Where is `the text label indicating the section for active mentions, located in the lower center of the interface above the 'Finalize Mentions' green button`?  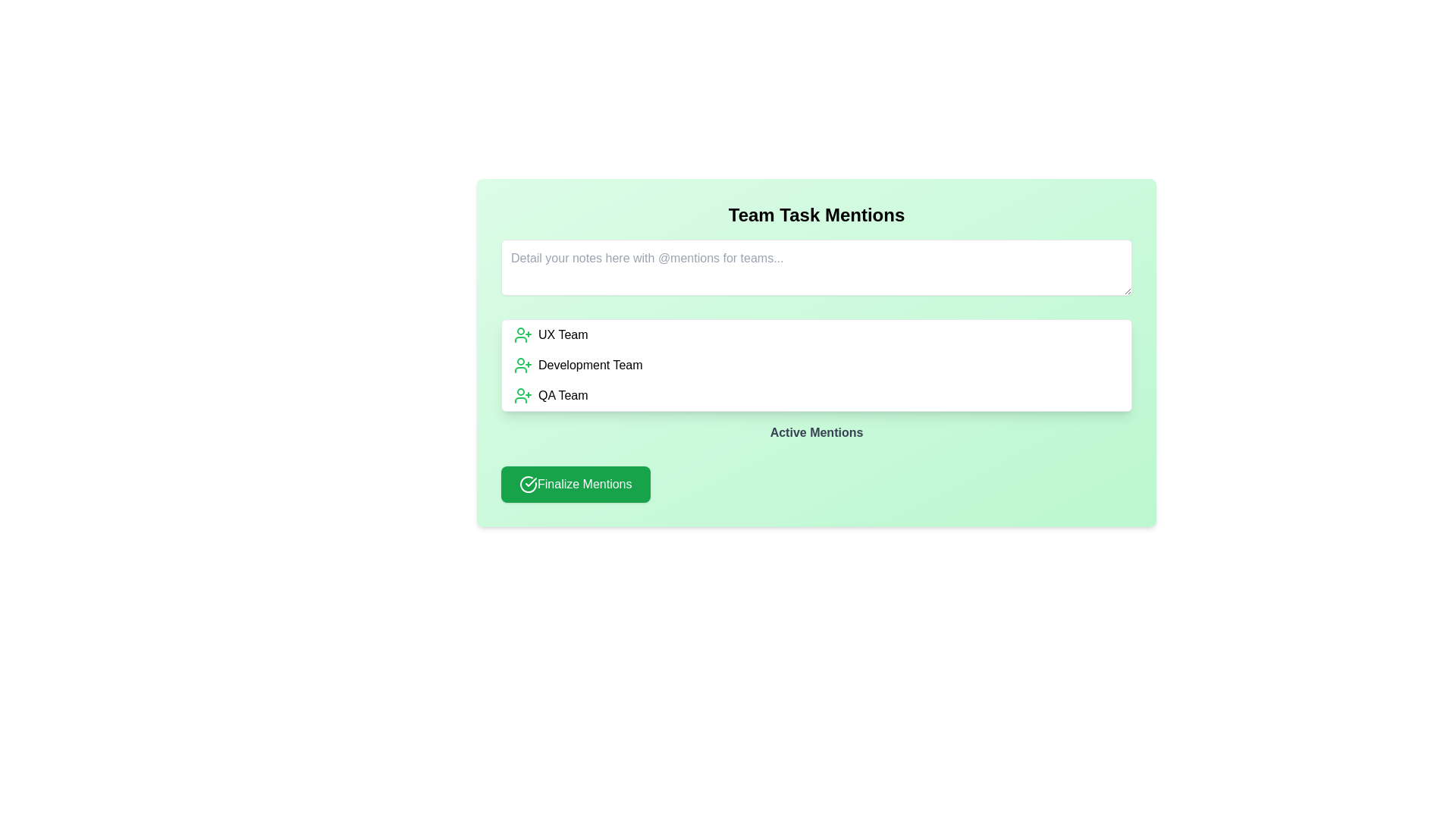
the text label indicating the section for active mentions, located in the lower center of the interface above the 'Finalize Mentions' green button is located at coordinates (815, 432).